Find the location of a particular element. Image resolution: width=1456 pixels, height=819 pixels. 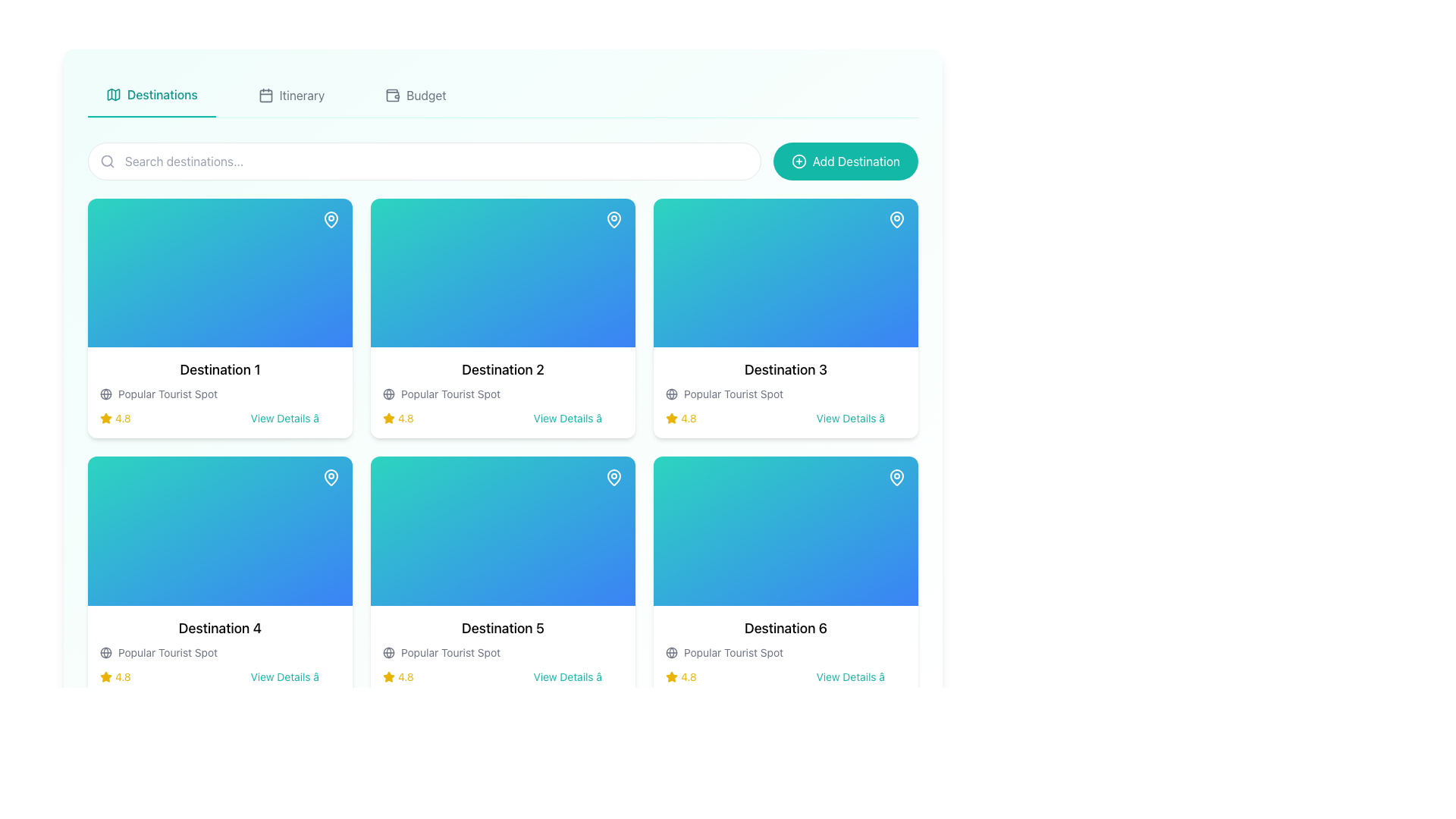

the circular icon component styled as a plus sign, located within the 'Add Destination' green button at the top-right corner of the interface is located at coordinates (798, 161).